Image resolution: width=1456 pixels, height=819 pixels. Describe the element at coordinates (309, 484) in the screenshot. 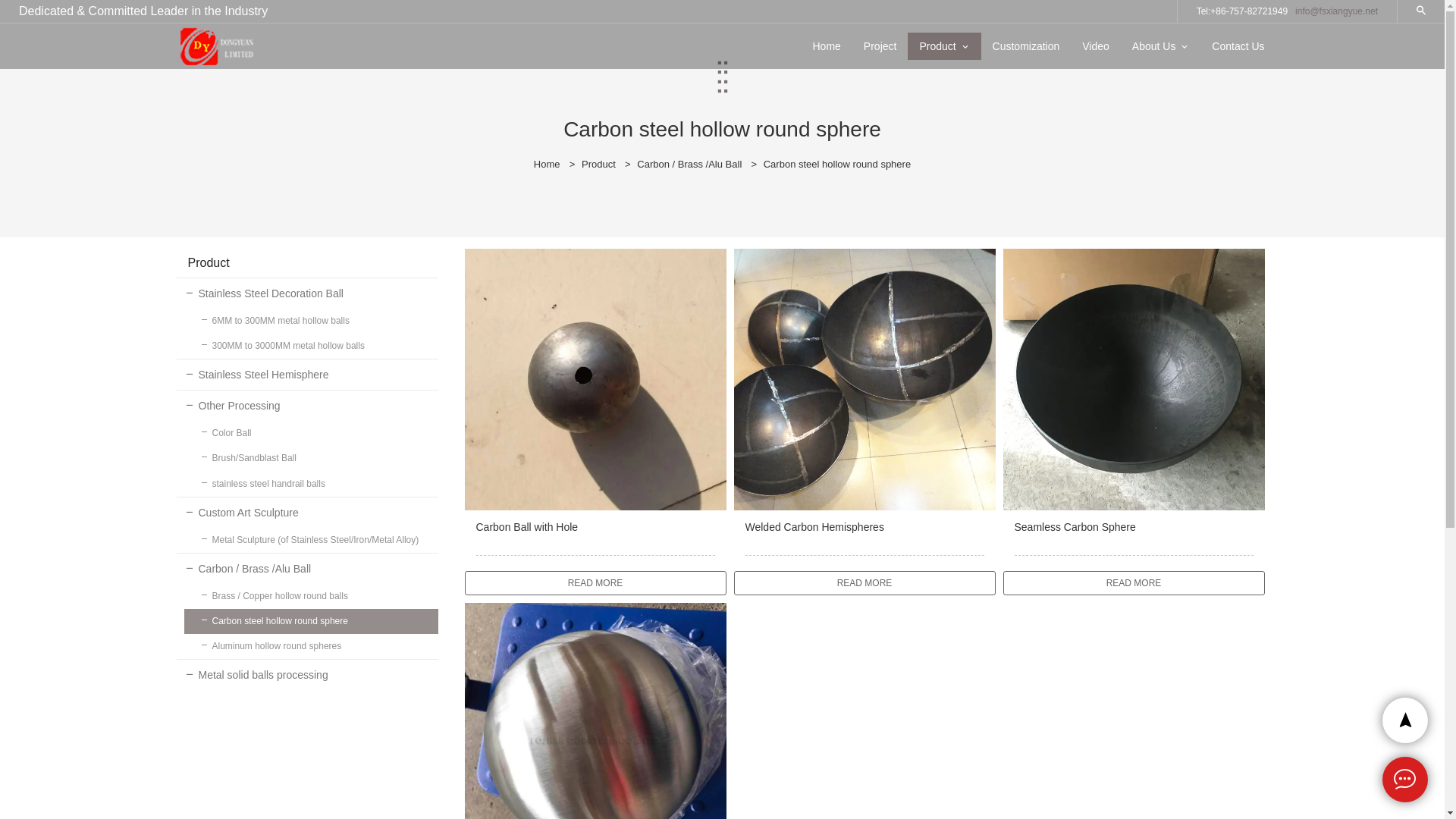

I see `'stainless steel handrail balls'` at that location.